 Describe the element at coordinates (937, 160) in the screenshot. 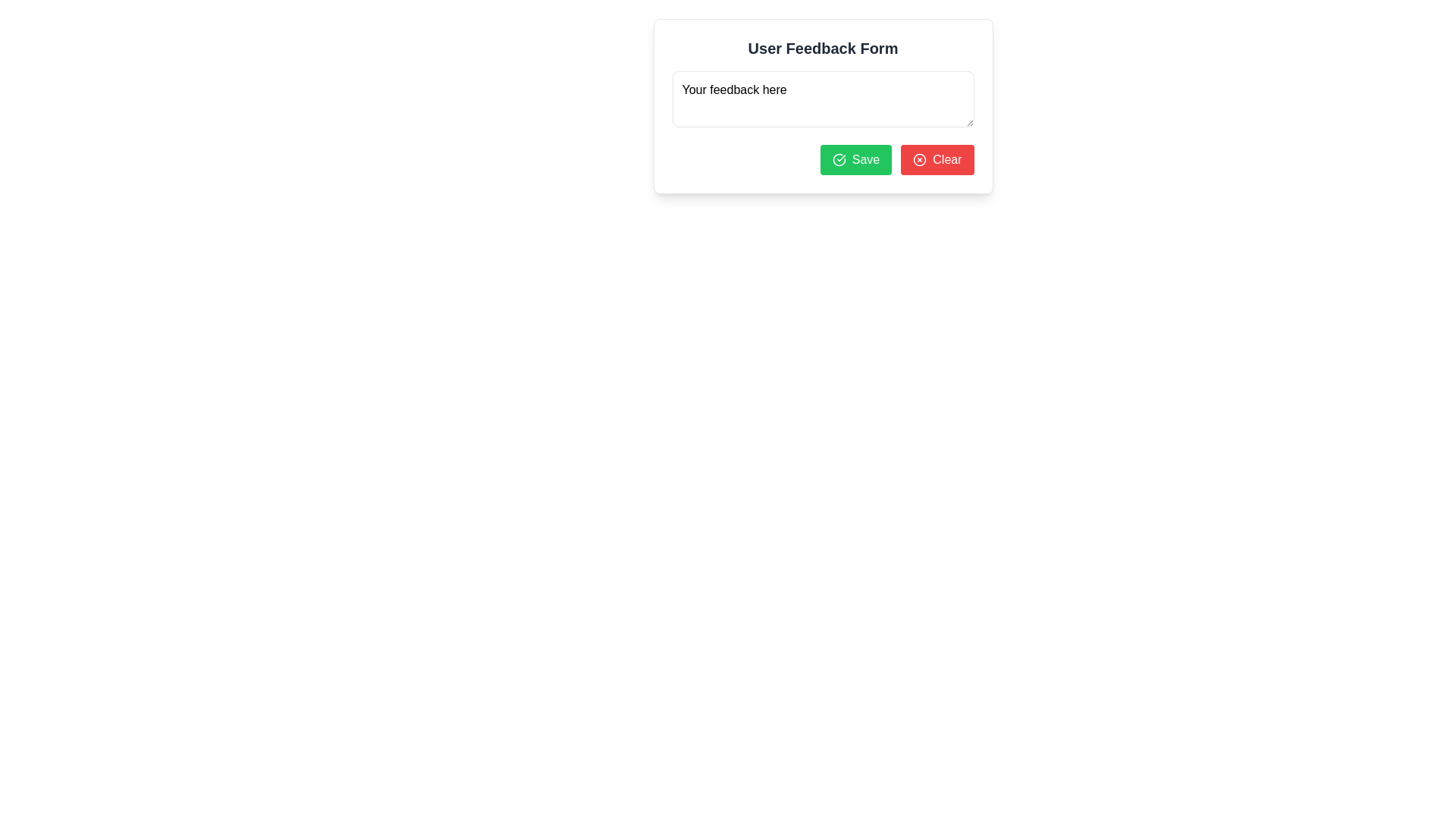

I see `the 'Clear' button in the bottom-right corner of the form to clear the input fields` at that location.